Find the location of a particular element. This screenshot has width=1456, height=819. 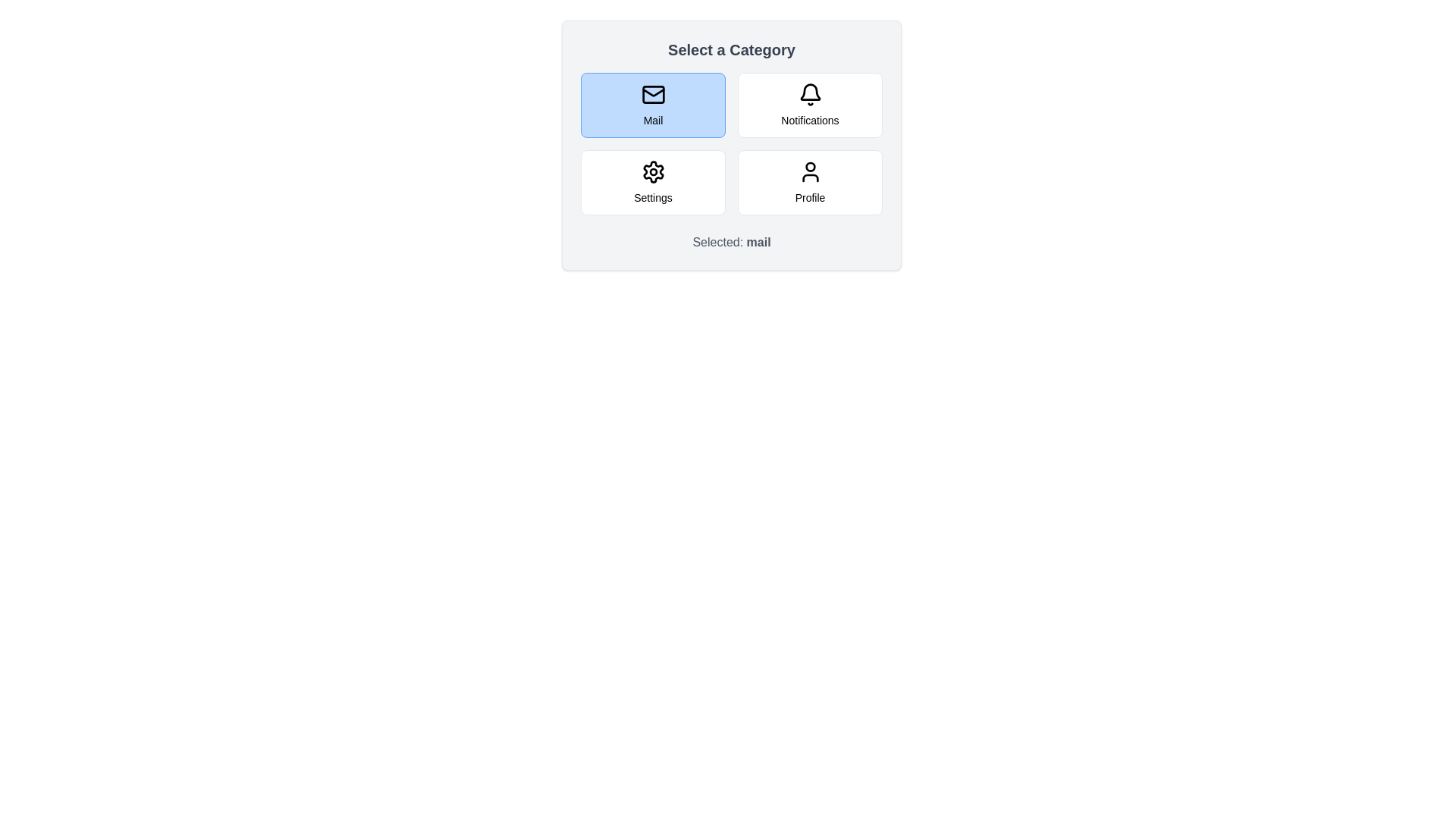

the category button corresponding to Notifications is located at coordinates (809, 104).